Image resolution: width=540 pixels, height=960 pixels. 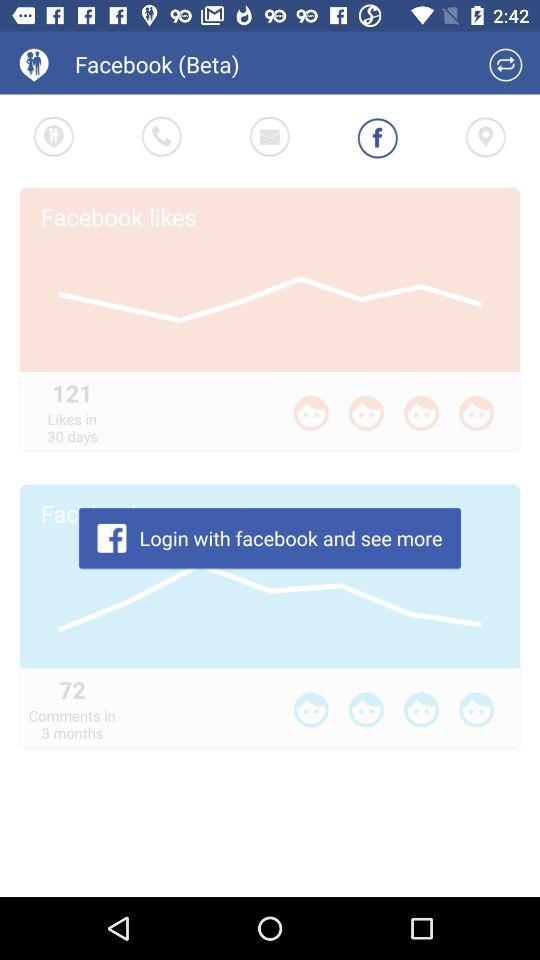 What do you see at coordinates (504, 65) in the screenshot?
I see `refresh` at bounding box center [504, 65].